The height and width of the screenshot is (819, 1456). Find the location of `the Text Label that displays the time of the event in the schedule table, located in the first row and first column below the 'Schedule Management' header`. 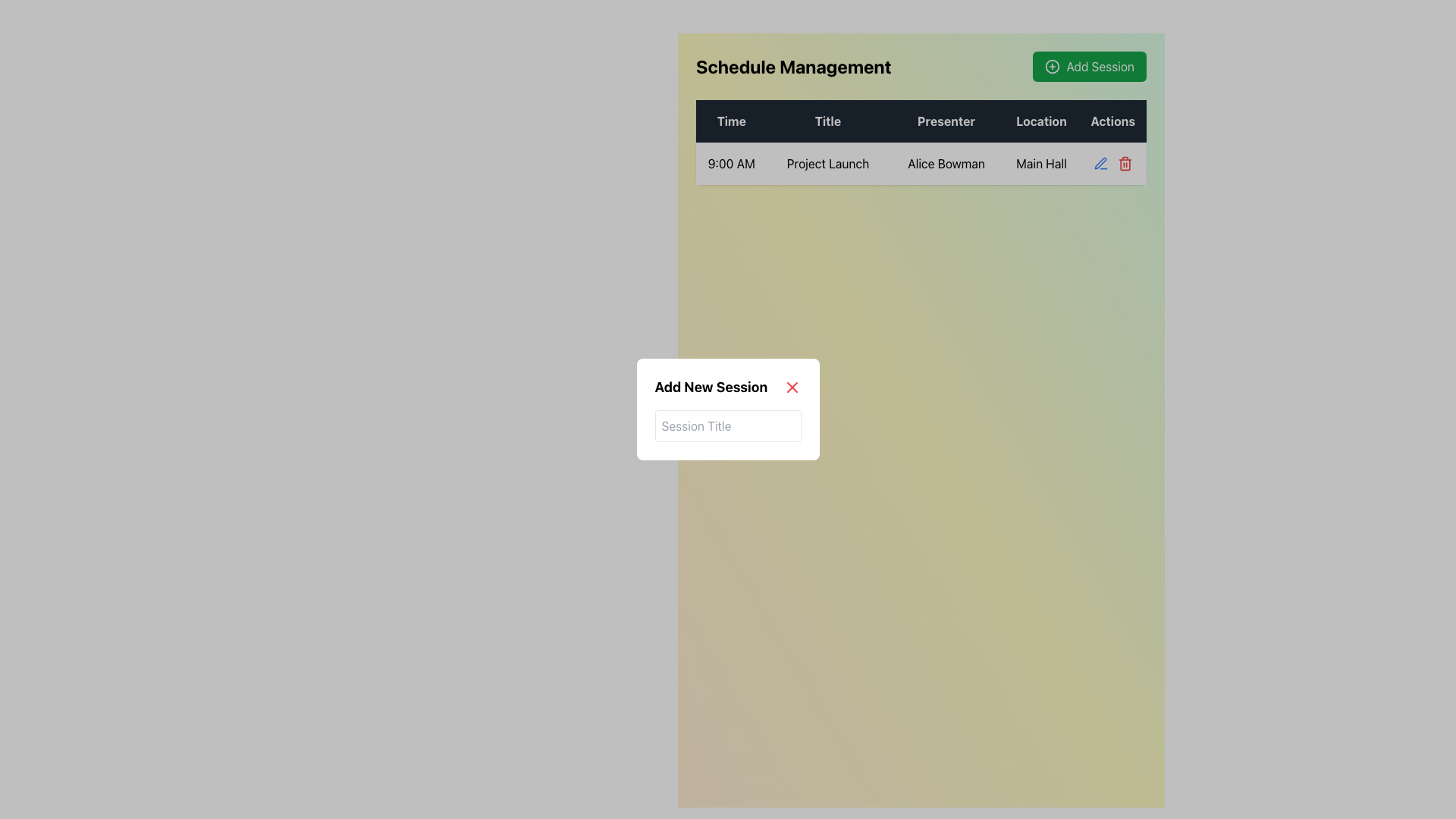

the Text Label that displays the time of the event in the schedule table, located in the first row and first column below the 'Schedule Management' header is located at coordinates (731, 164).